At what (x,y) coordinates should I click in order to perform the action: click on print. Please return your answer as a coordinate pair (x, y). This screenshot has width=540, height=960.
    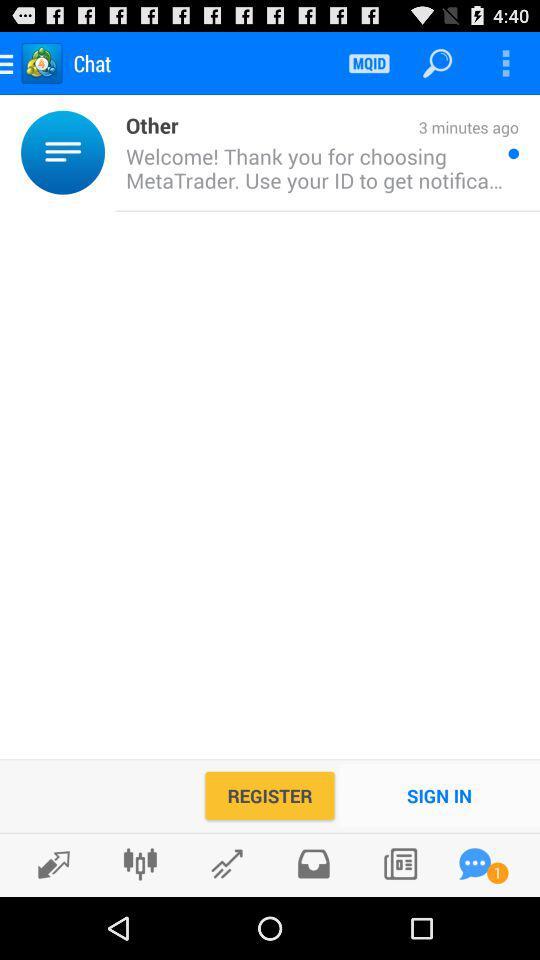
    Looking at the image, I should click on (313, 863).